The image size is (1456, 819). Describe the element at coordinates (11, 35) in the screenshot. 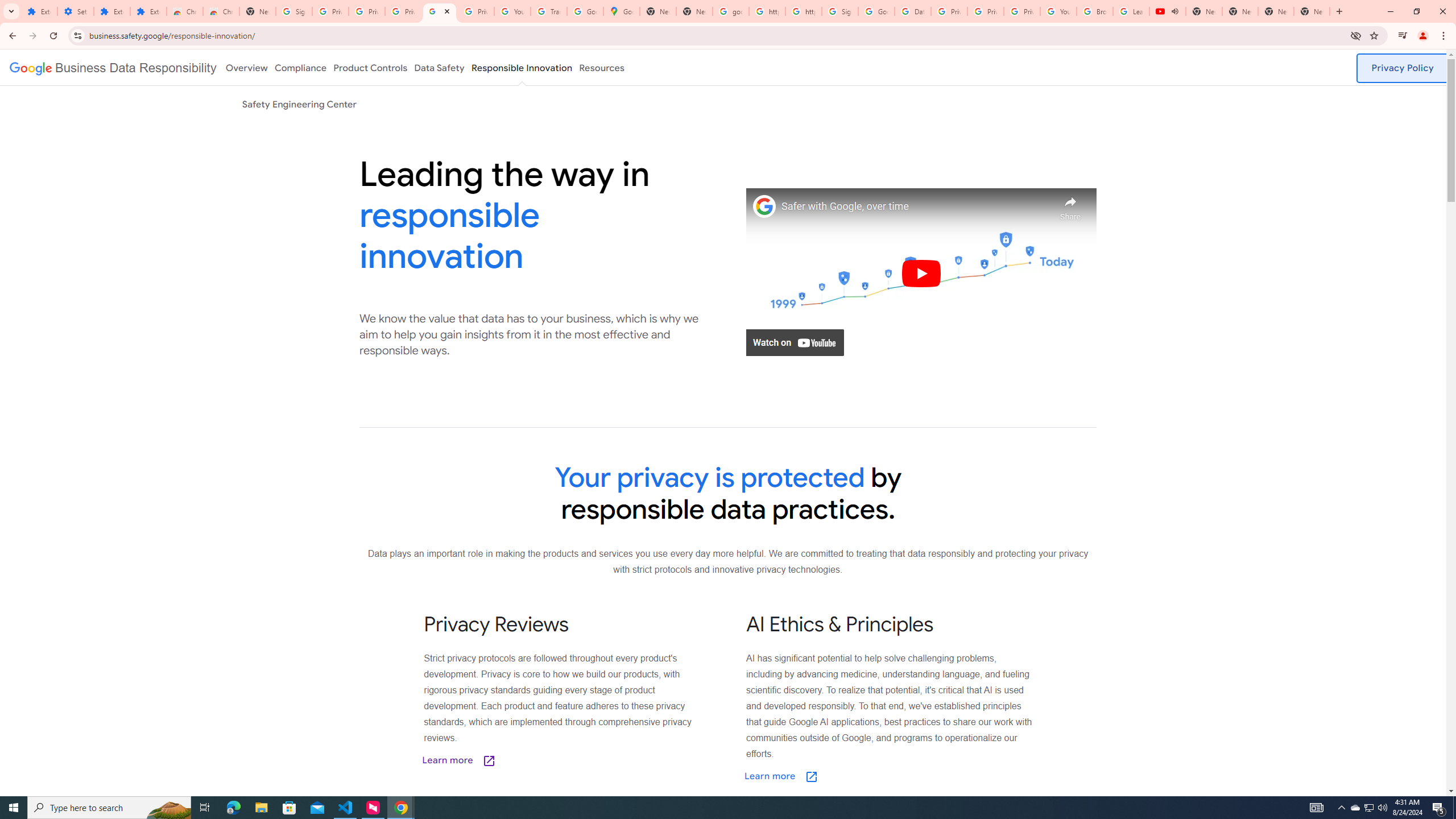

I see `'Back'` at that location.